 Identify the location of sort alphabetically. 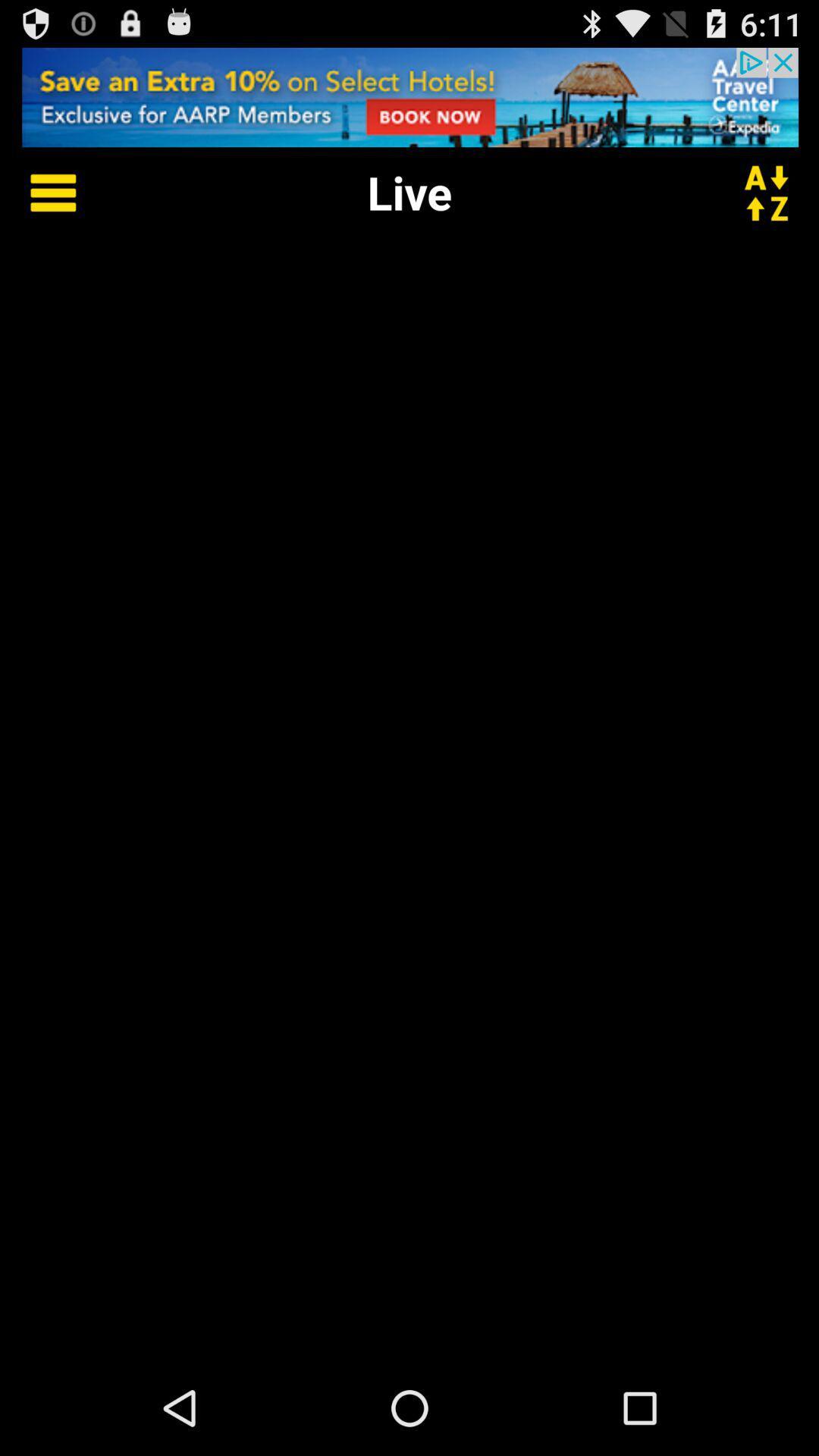
(776, 191).